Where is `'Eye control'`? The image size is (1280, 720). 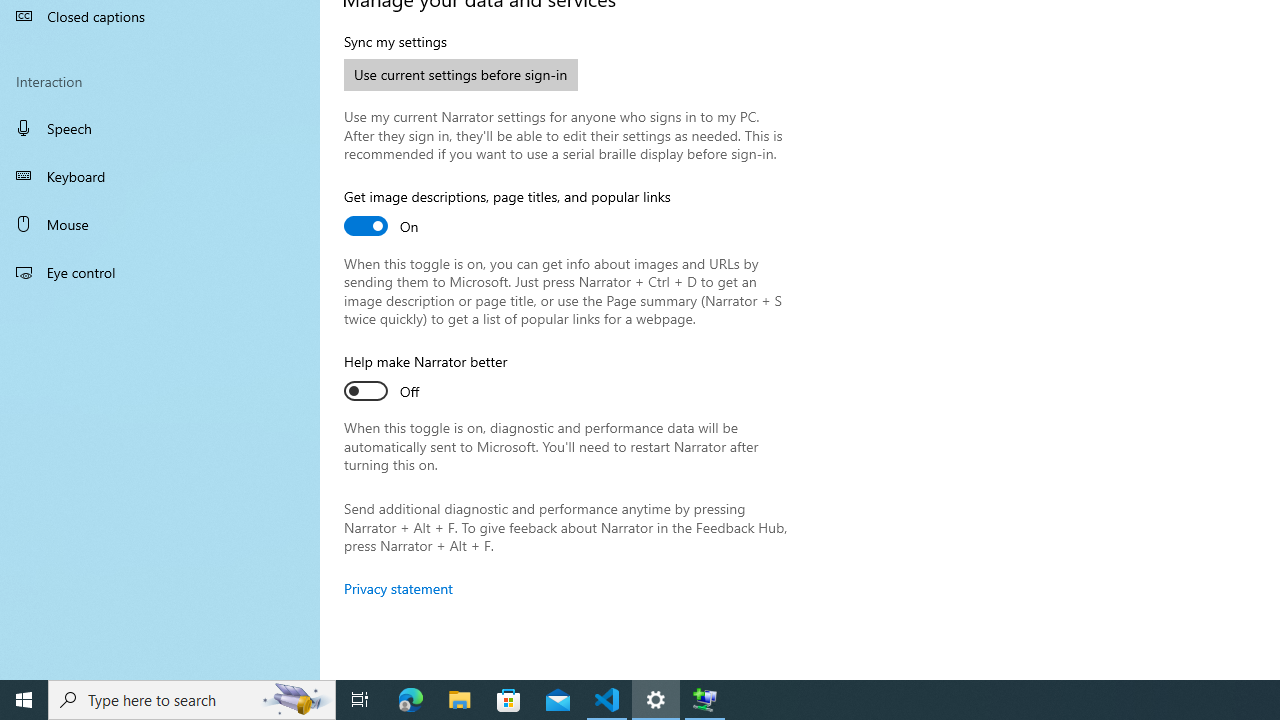
'Eye control' is located at coordinates (160, 271).